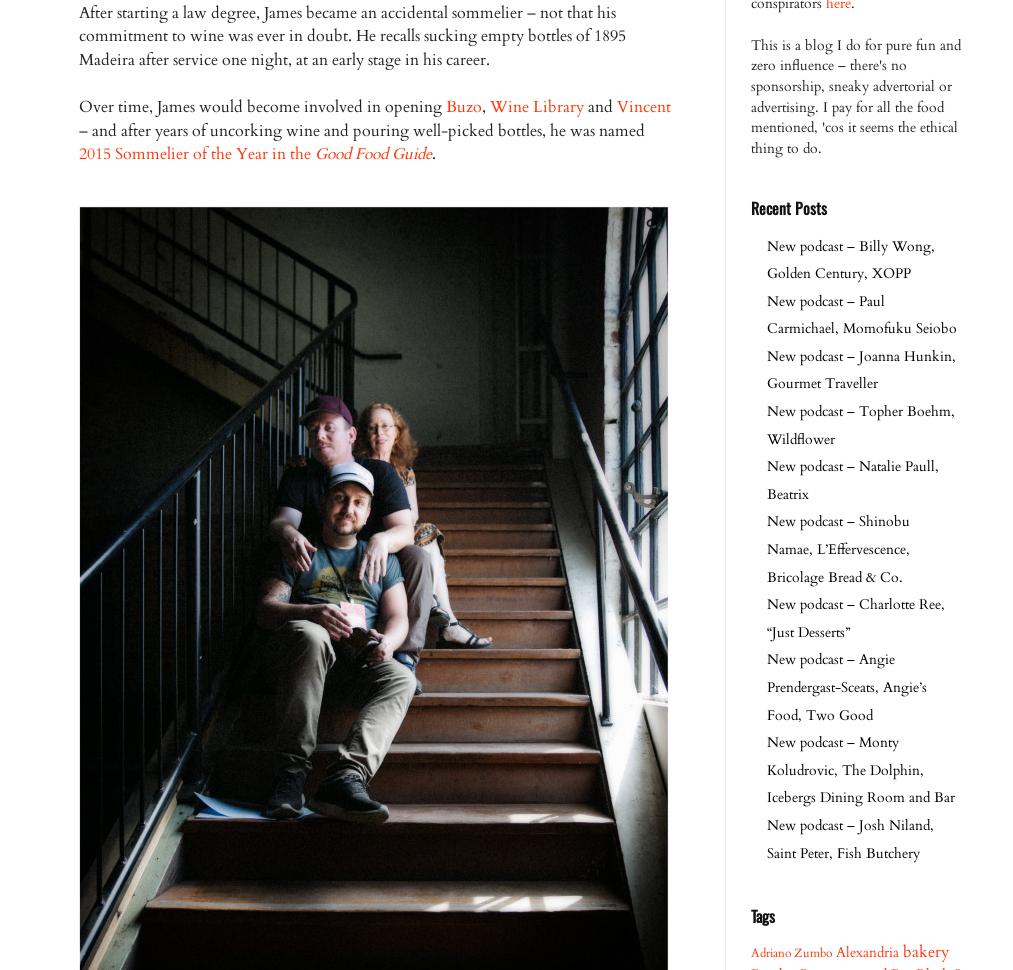  I want to click on 'and', so click(600, 106).